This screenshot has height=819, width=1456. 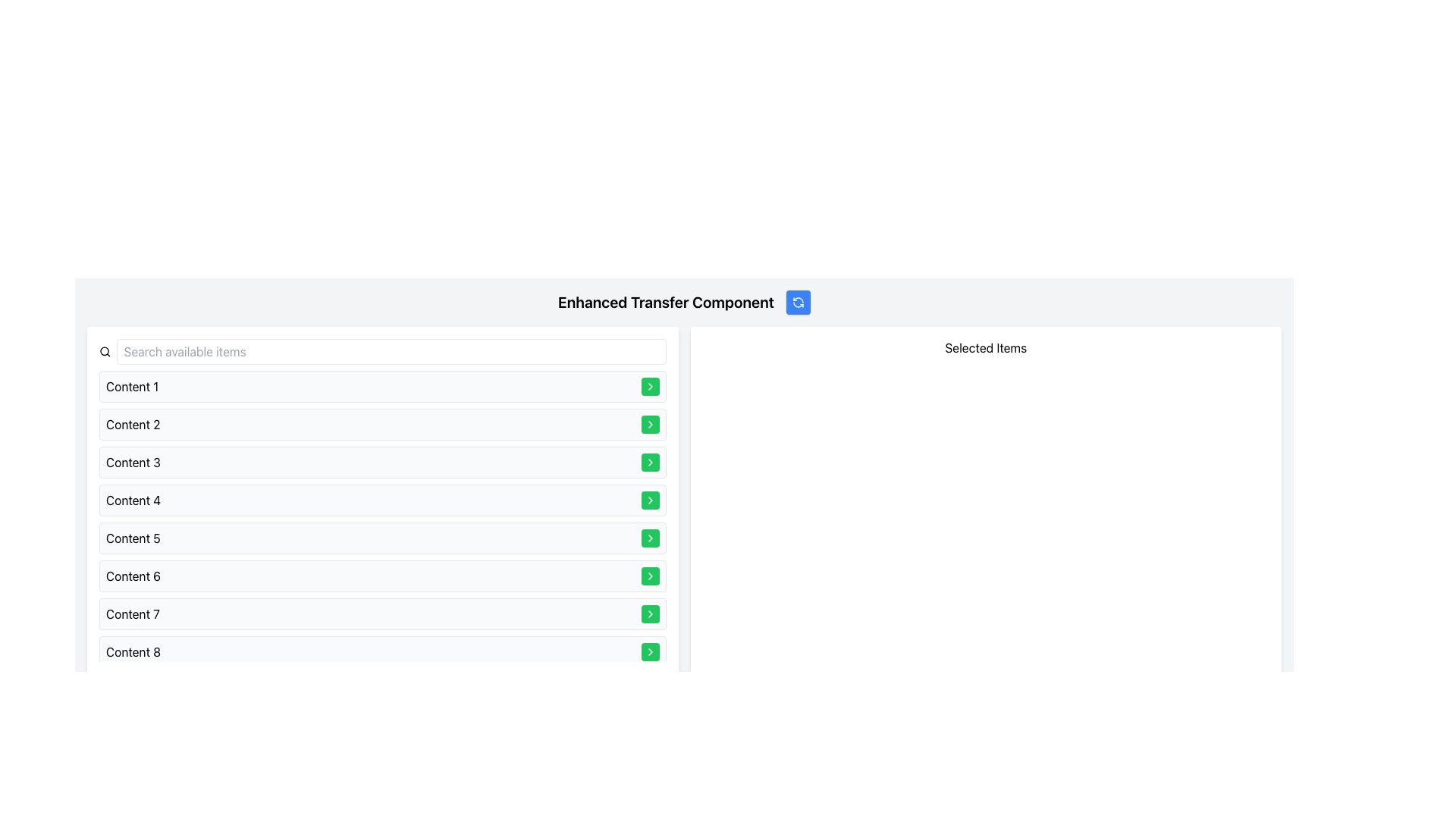 What do you see at coordinates (650, 500) in the screenshot?
I see `the small rectangular green button with a rounded border and a rightward chevron icon located on the right side of the 'Content 4' list item` at bounding box center [650, 500].